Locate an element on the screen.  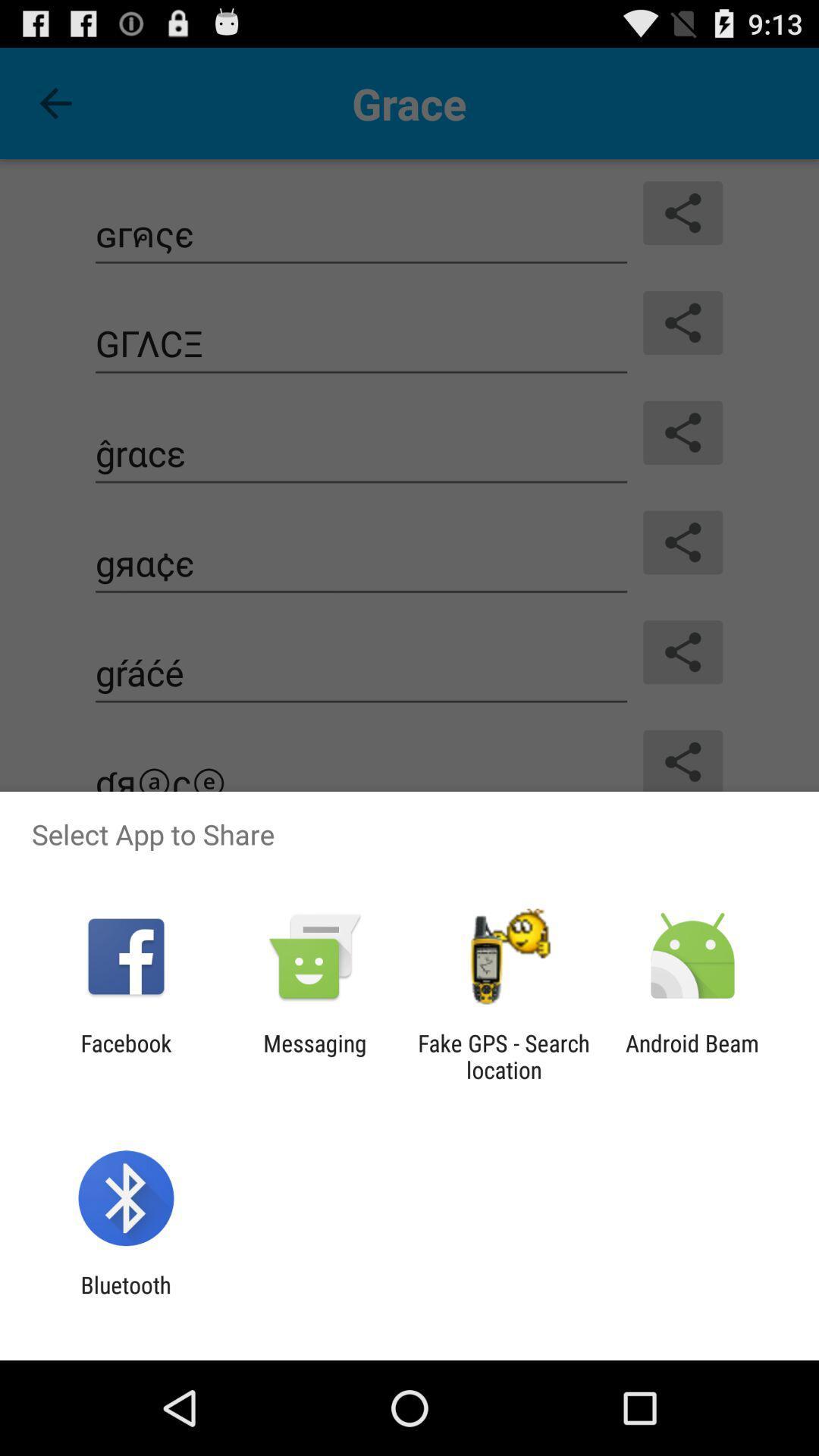
bluetooth app is located at coordinates (125, 1298).